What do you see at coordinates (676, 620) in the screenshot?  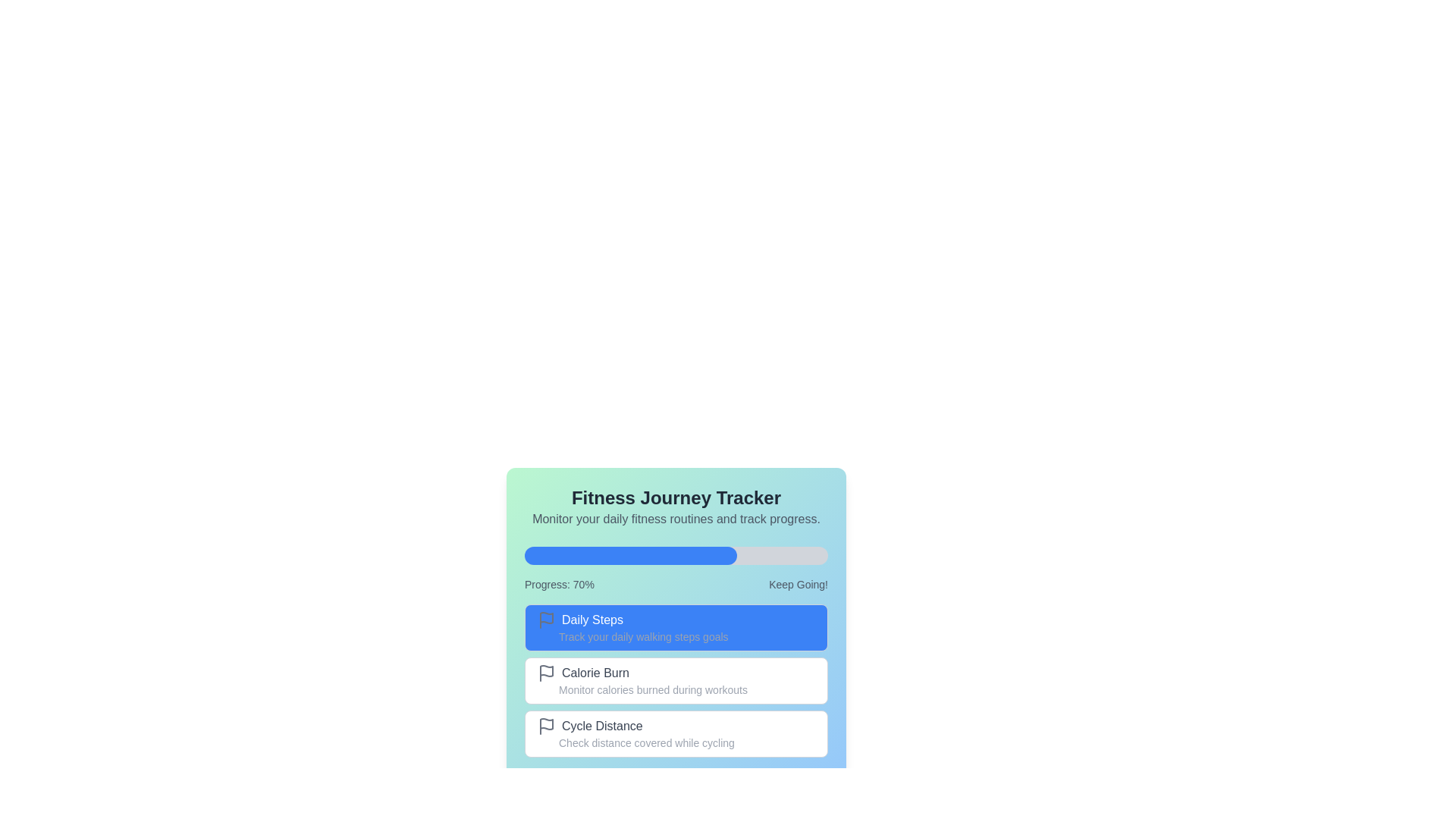 I see `the 'Daily Steps' text label` at bounding box center [676, 620].